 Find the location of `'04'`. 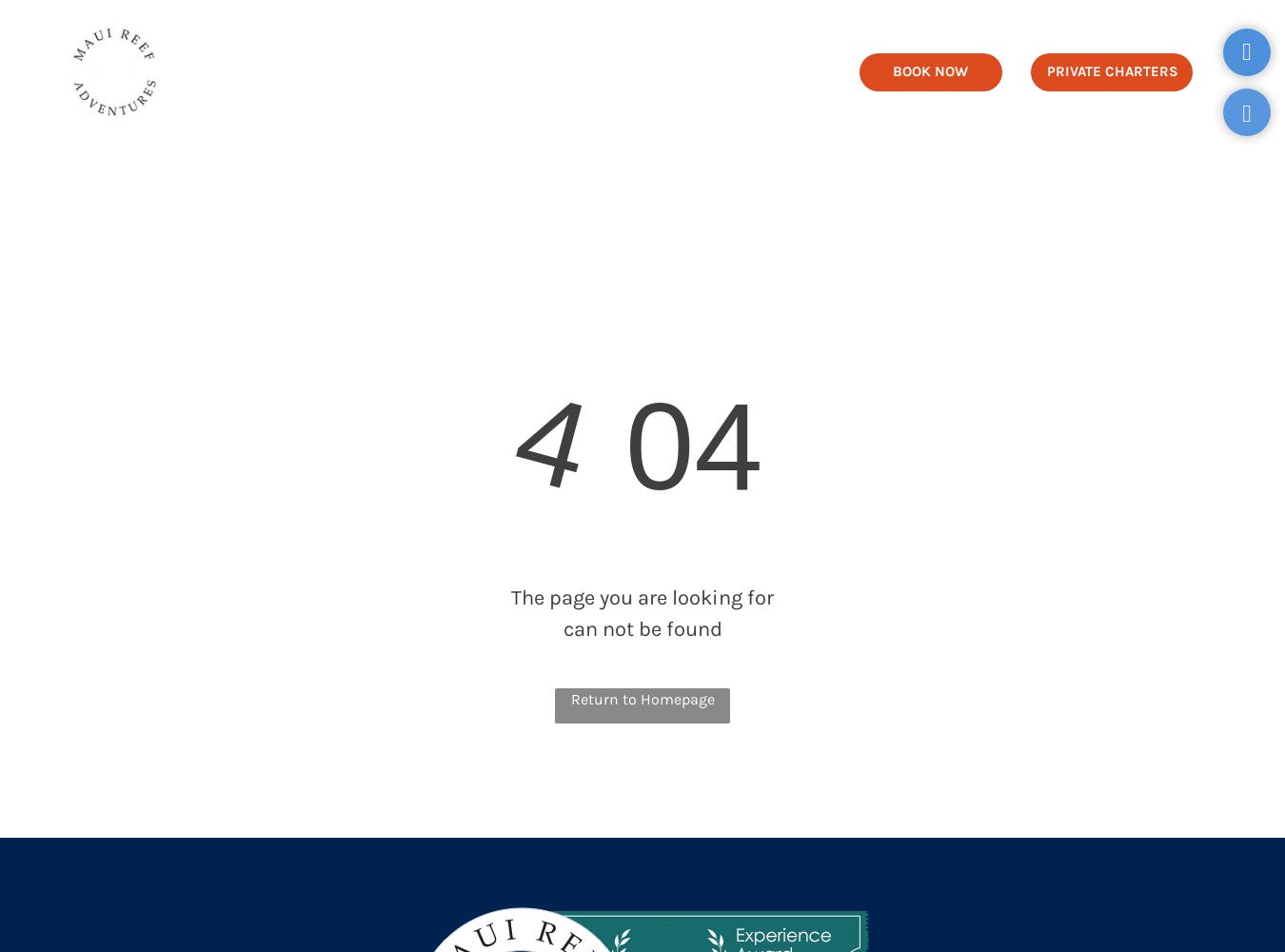

'04' is located at coordinates (590, 446).